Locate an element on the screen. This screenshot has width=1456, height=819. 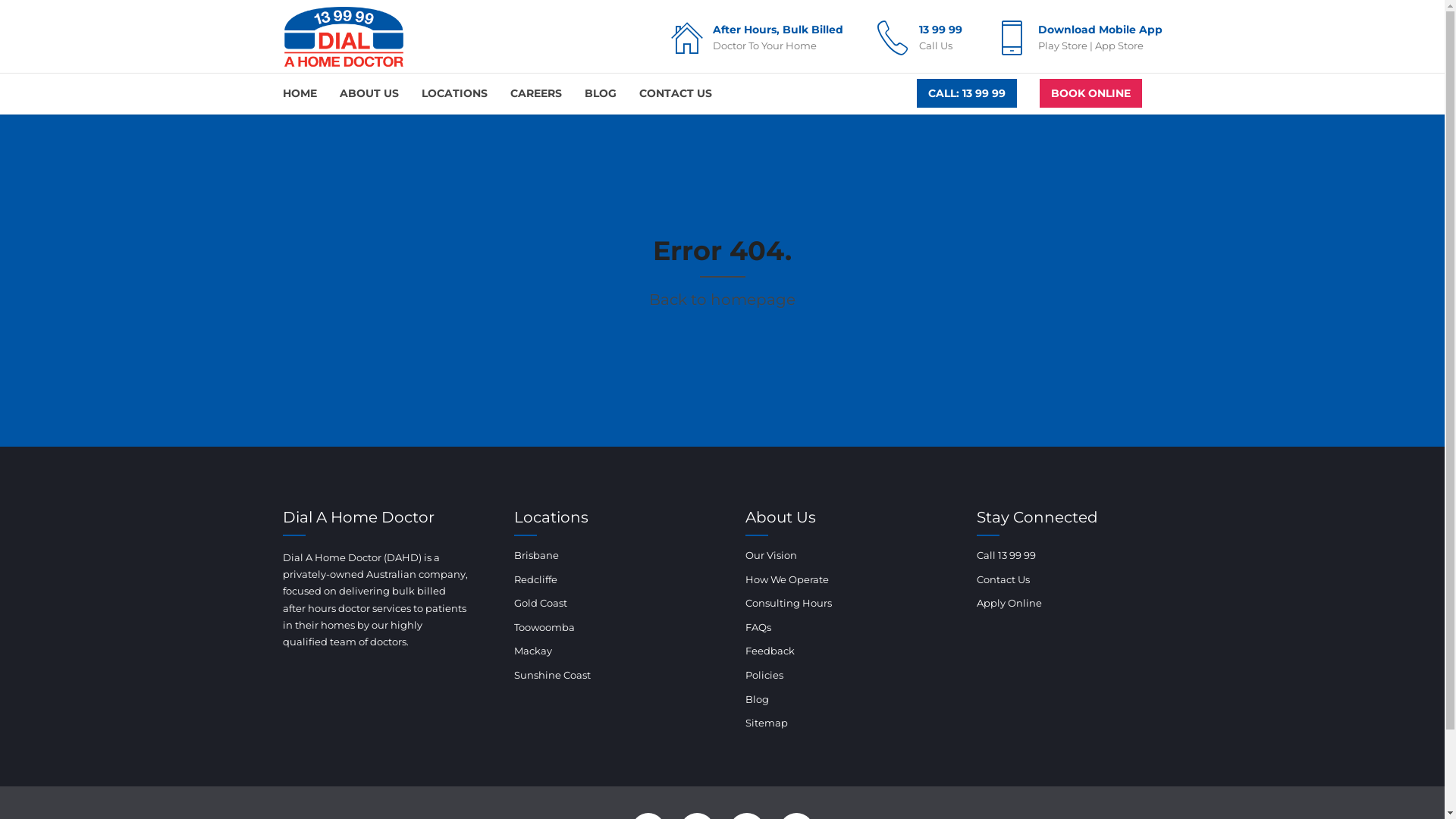
'CALL: 13 99 99' is located at coordinates (965, 93).